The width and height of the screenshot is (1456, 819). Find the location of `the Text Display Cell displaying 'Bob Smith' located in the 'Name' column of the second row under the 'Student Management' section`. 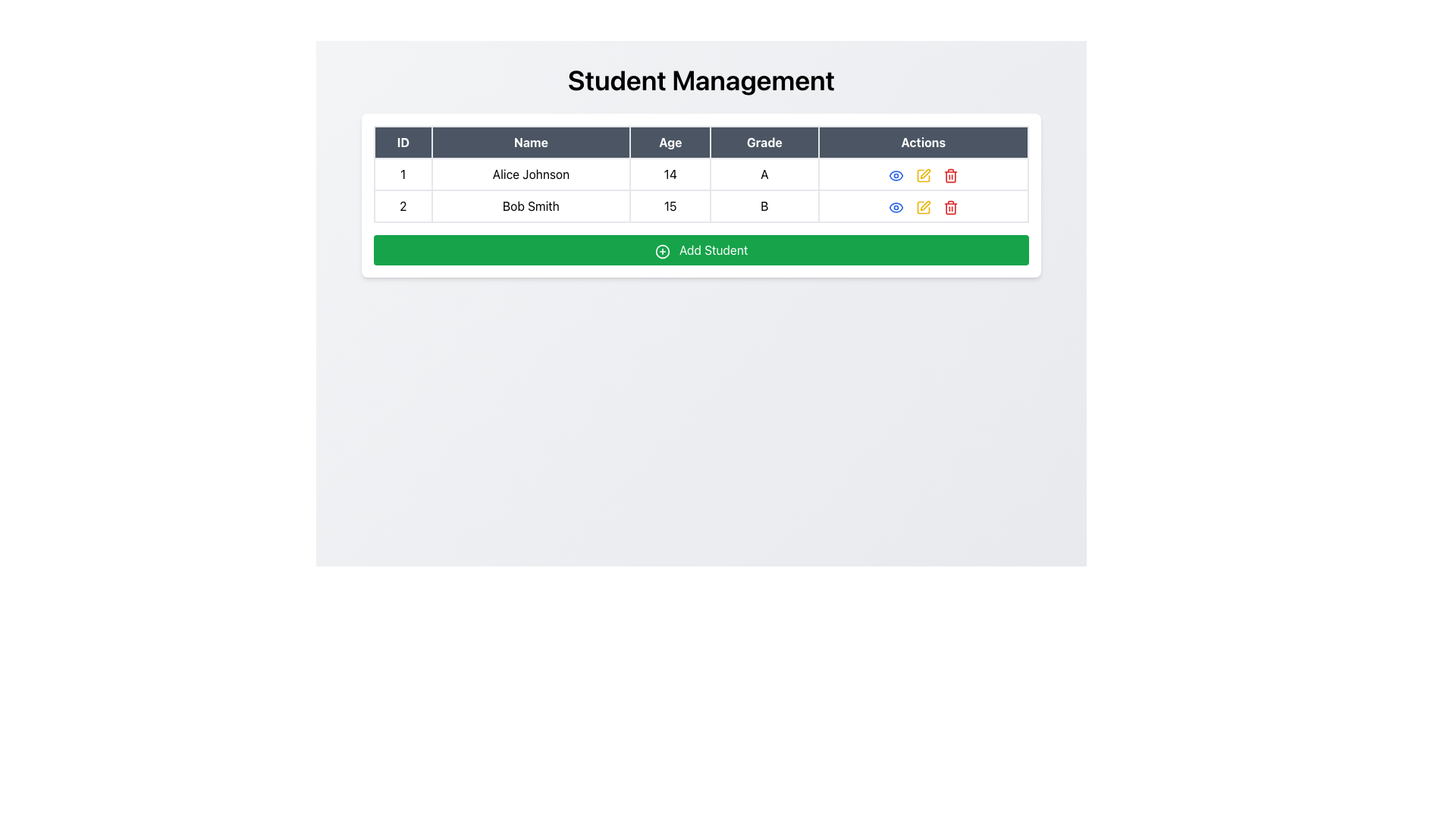

the Text Display Cell displaying 'Bob Smith' located in the 'Name' column of the second row under the 'Student Management' section is located at coordinates (531, 206).